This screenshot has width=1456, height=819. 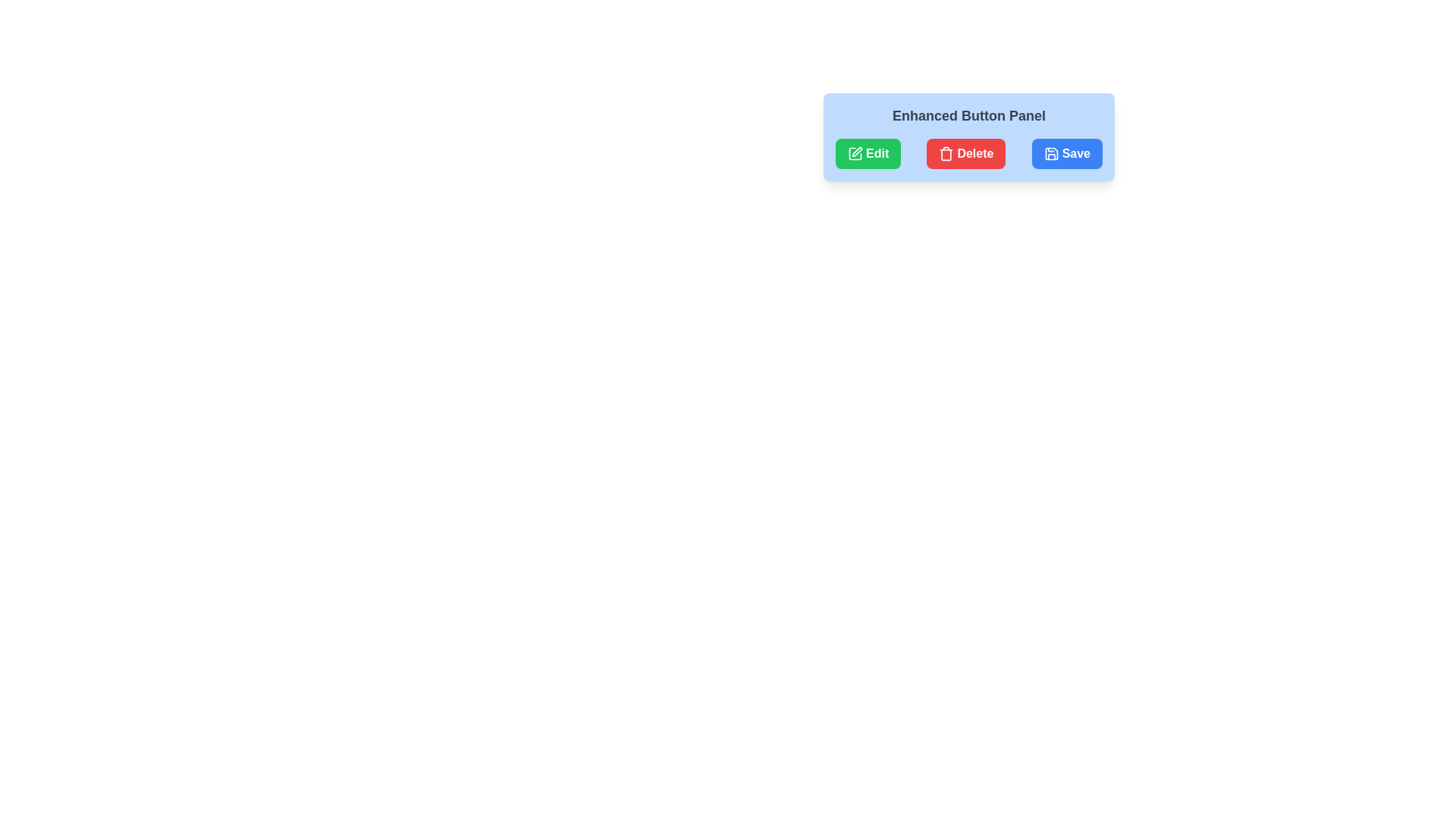 What do you see at coordinates (946, 154) in the screenshot?
I see `the delete action icon located within the 'Delete' button of the 'Enhanced Button Panel', positioned between the 'Edit' button and 'Save' button` at bounding box center [946, 154].